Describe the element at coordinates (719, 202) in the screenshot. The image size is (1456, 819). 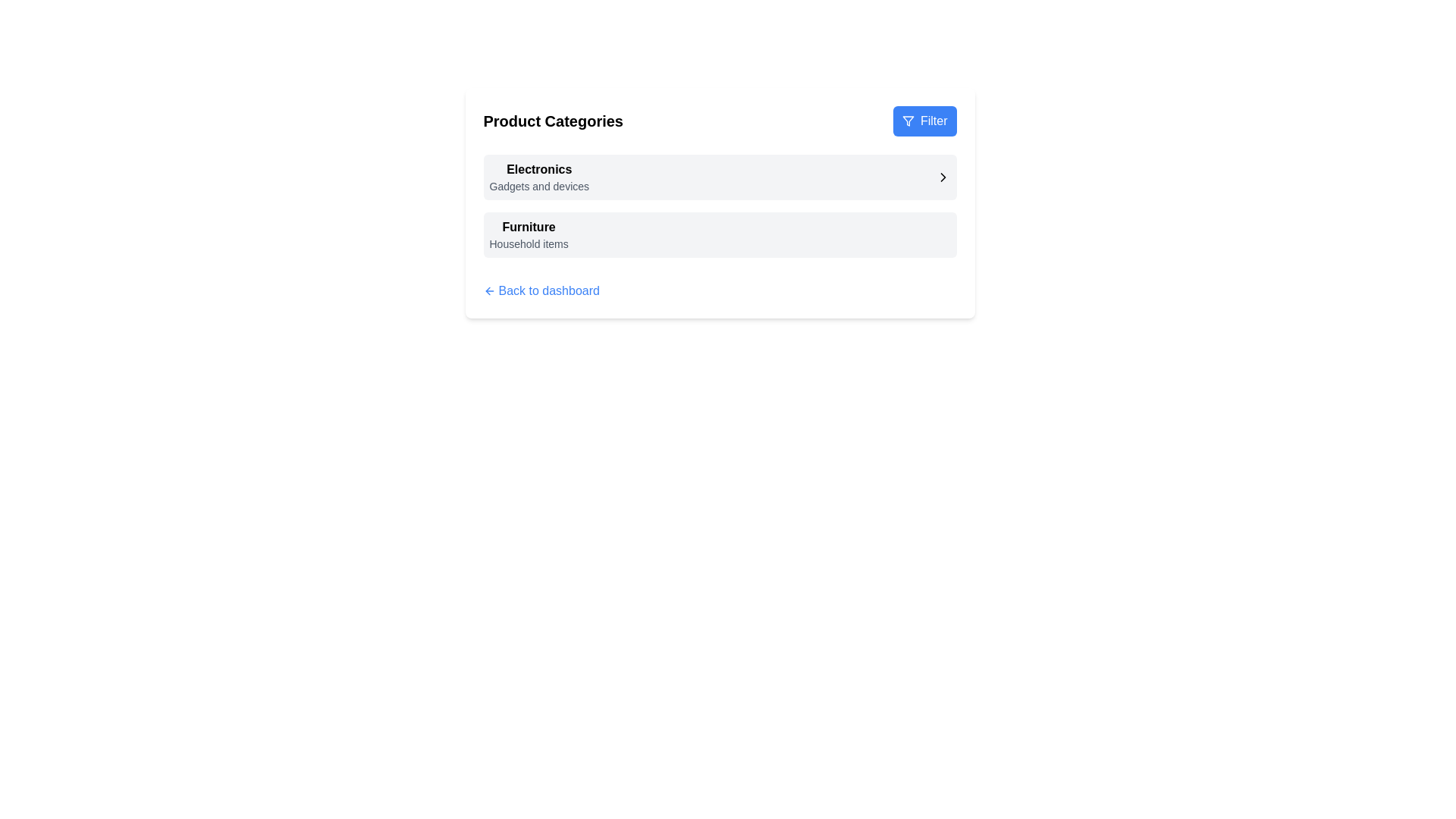
I see `the second list item in the 'Product Categories' panel, located beneath the title and aligned with the 'Filter' button` at that location.